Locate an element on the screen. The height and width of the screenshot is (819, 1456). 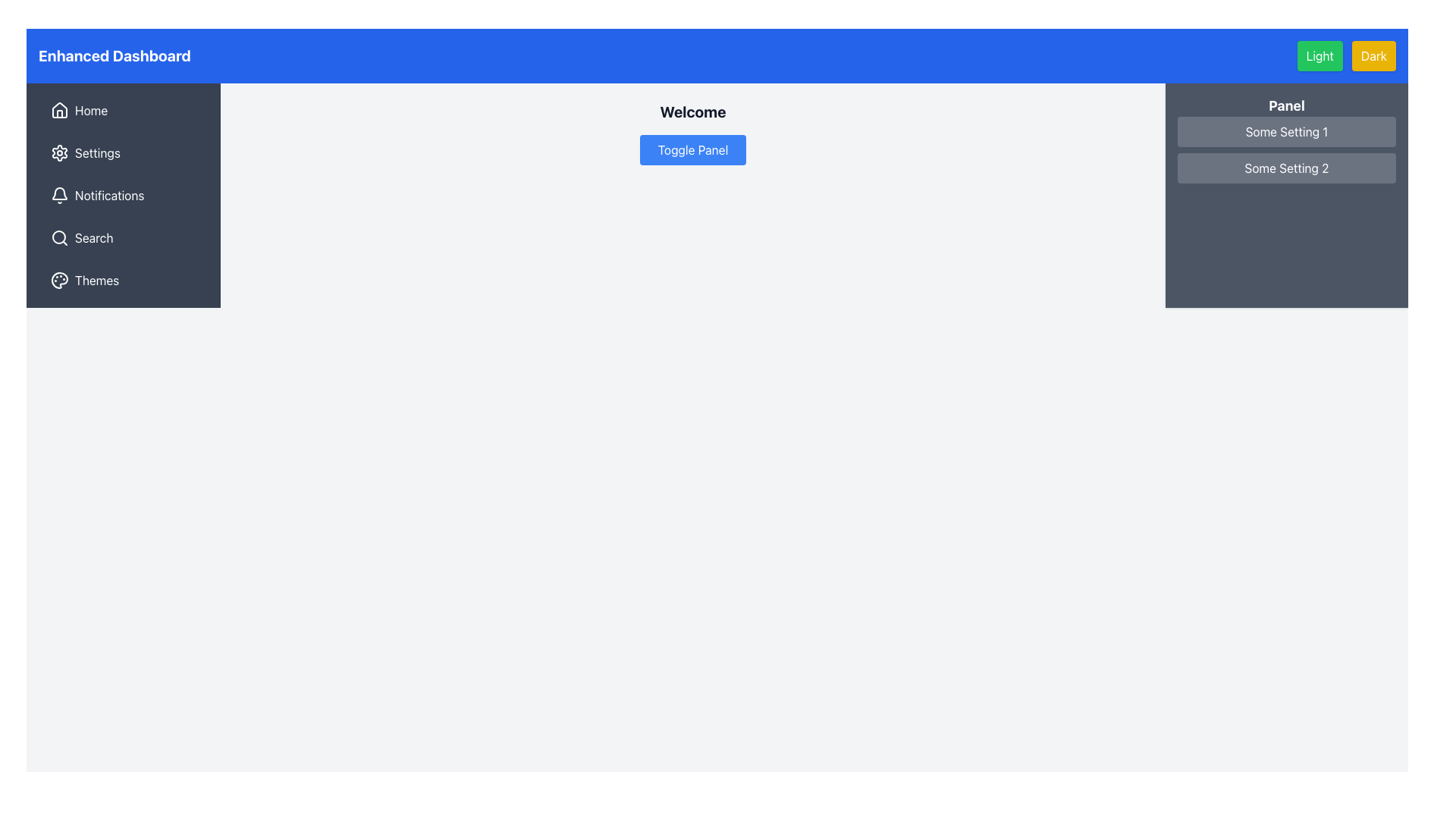
the settings panel located on the far right side of the interface, which is aligned with the top navigation bar and has a blue-colored bar at the top is located at coordinates (1286, 195).